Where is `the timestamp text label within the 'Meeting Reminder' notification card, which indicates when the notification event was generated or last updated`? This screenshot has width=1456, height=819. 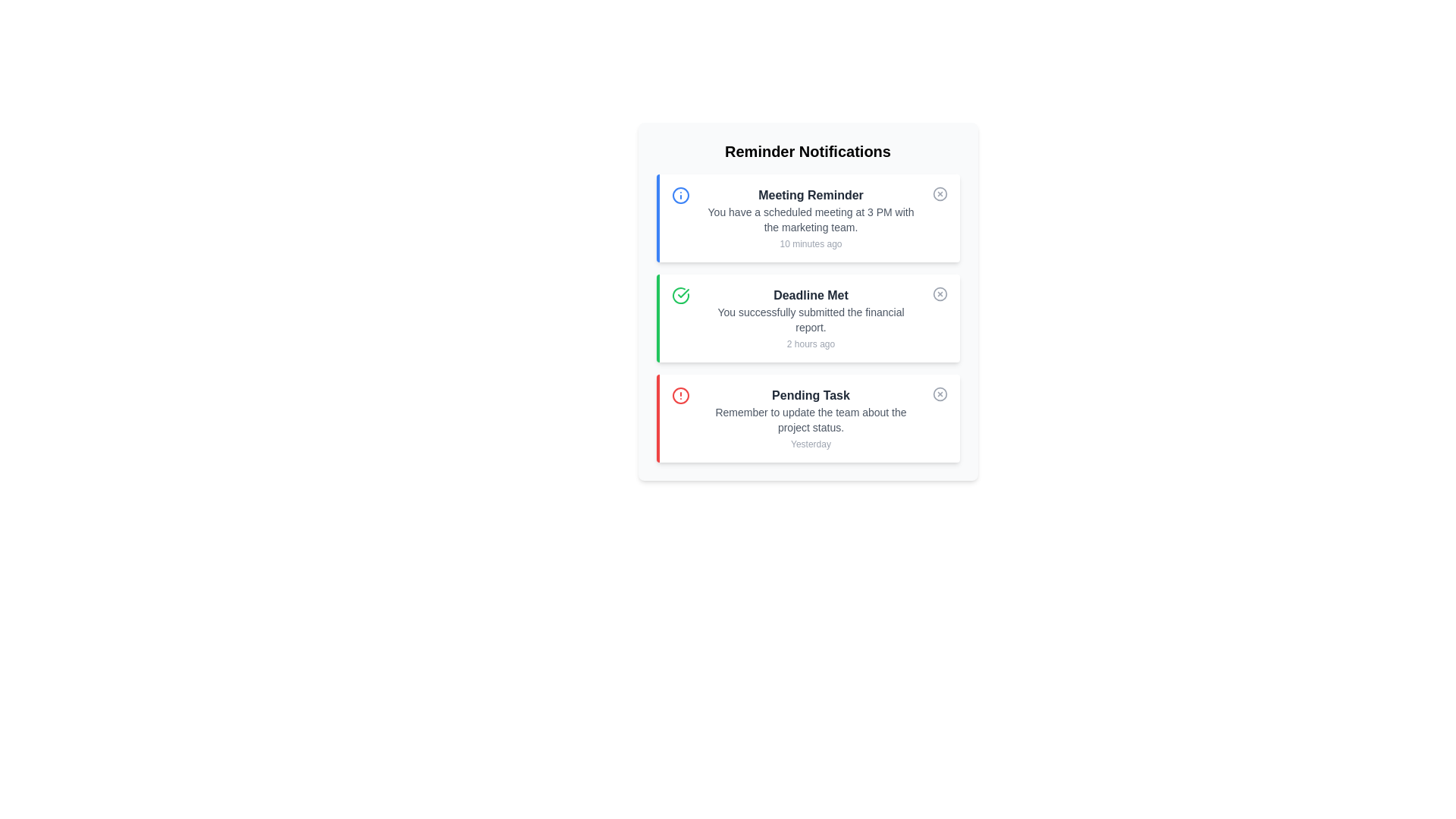 the timestamp text label within the 'Meeting Reminder' notification card, which indicates when the notification event was generated or last updated is located at coordinates (810, 243).